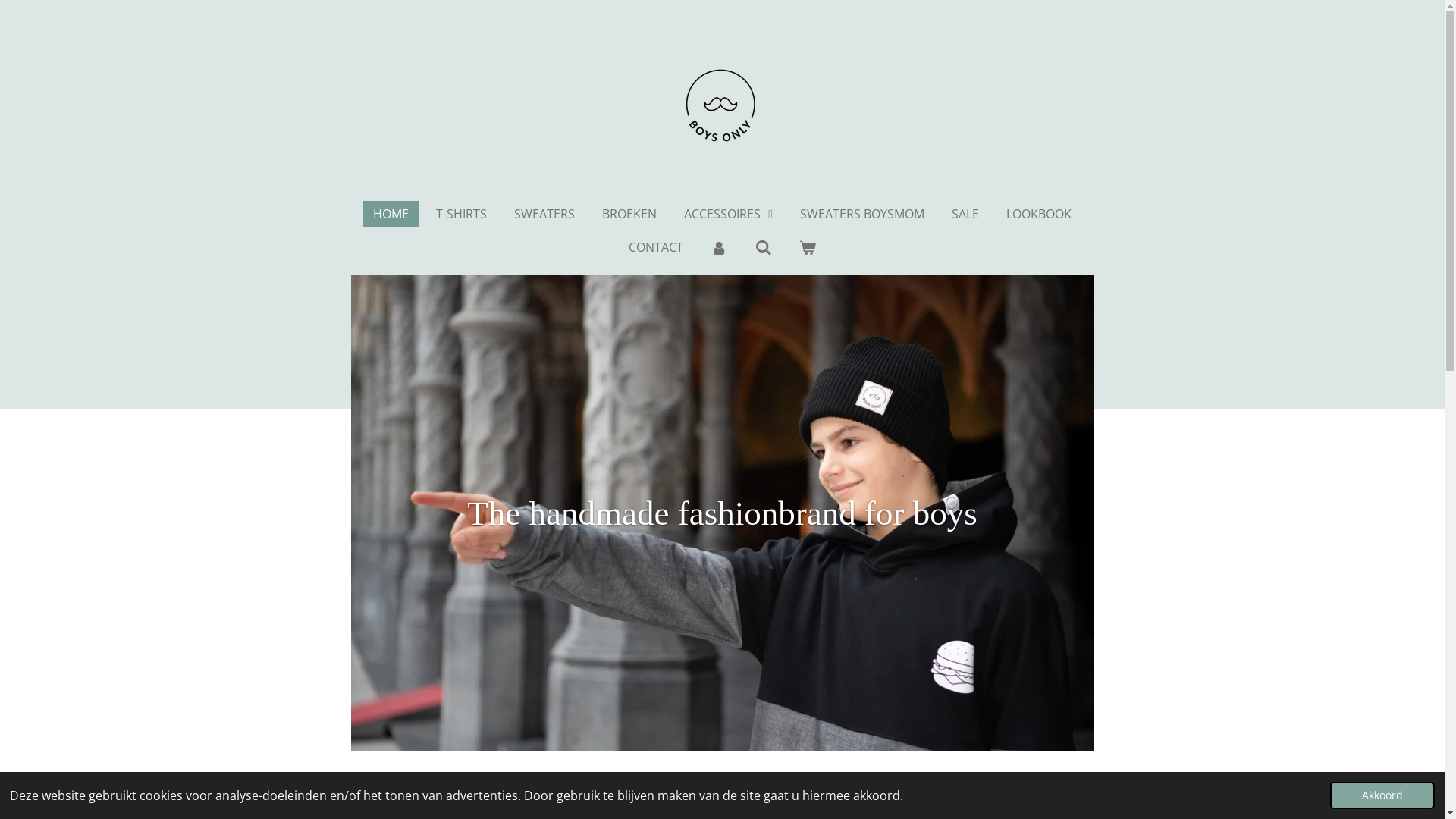  What do you see at coordinates (504, 213) in the screenshot?
I see `'SWEATERS'` at bounding box center [504, 213].